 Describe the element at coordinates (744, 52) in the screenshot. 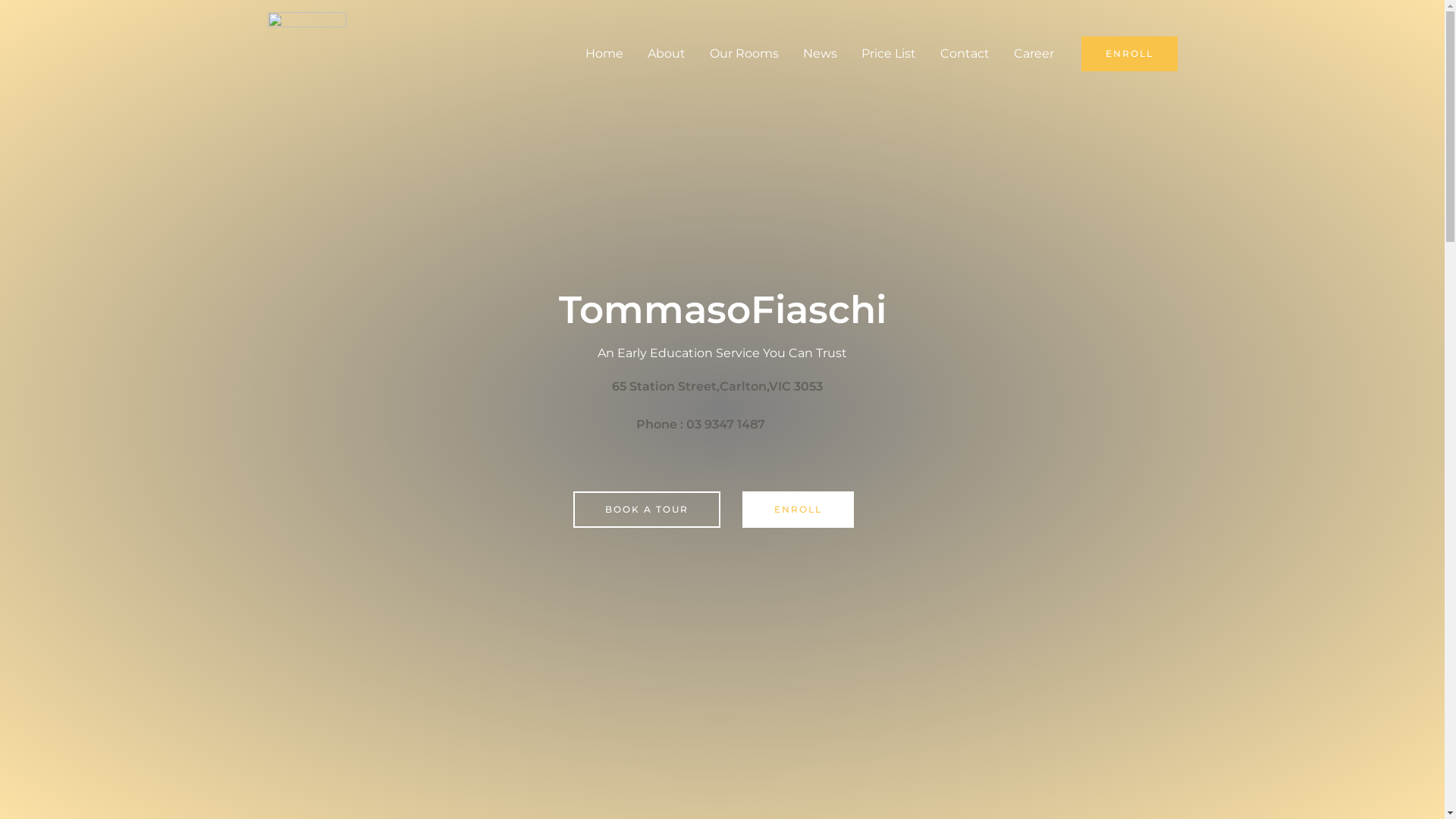

I see `'Our Rooms'` at that location.